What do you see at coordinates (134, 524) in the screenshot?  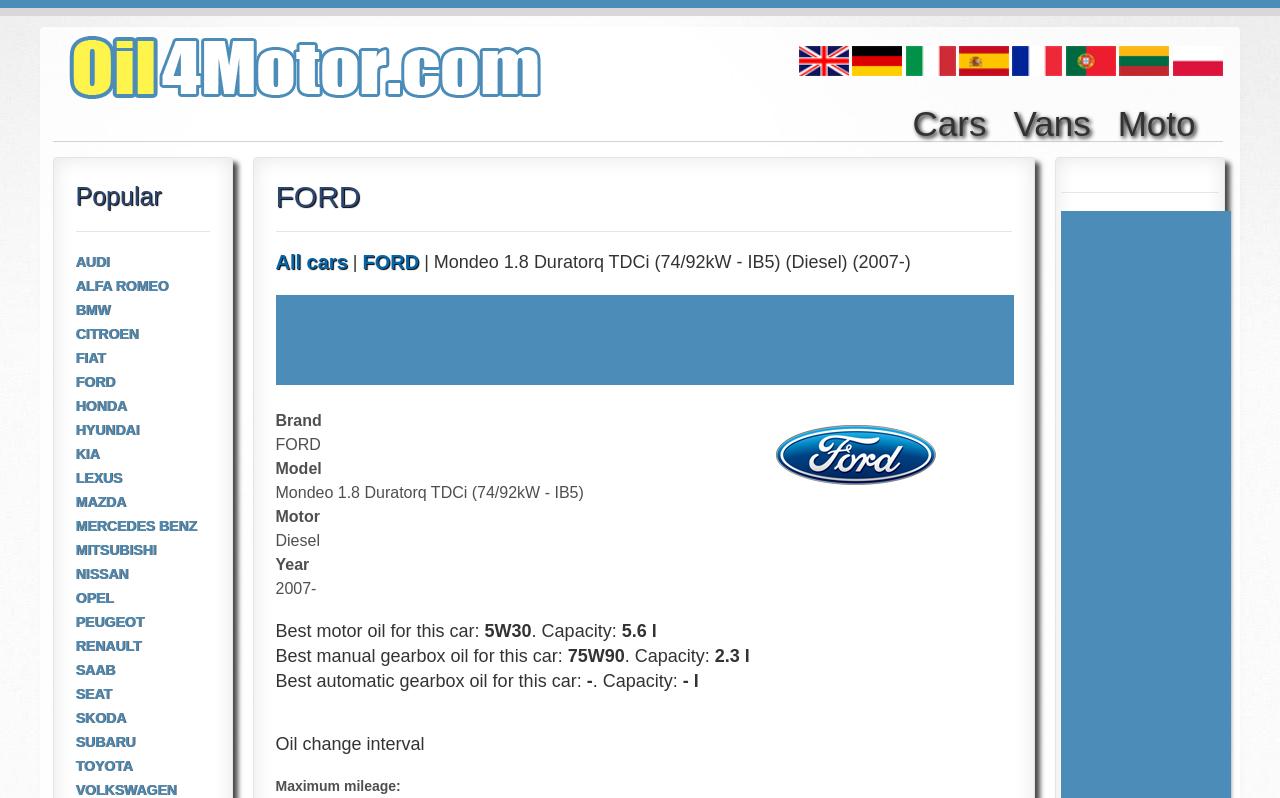 I see `'MERCEDES BENZ'` at bounding box center [134, 524].